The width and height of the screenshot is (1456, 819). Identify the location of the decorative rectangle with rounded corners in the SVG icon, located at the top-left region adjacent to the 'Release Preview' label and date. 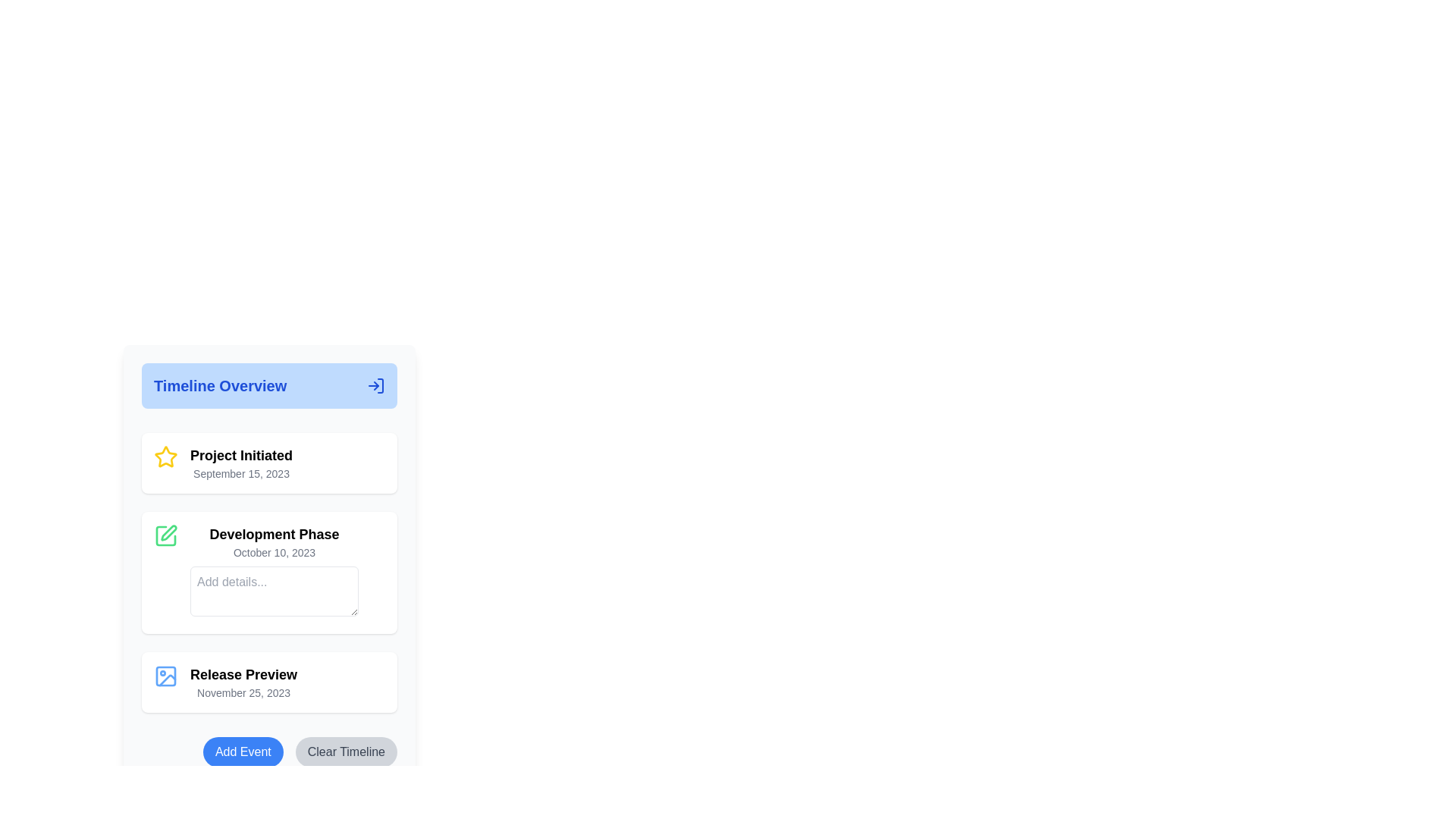
(166, 675).